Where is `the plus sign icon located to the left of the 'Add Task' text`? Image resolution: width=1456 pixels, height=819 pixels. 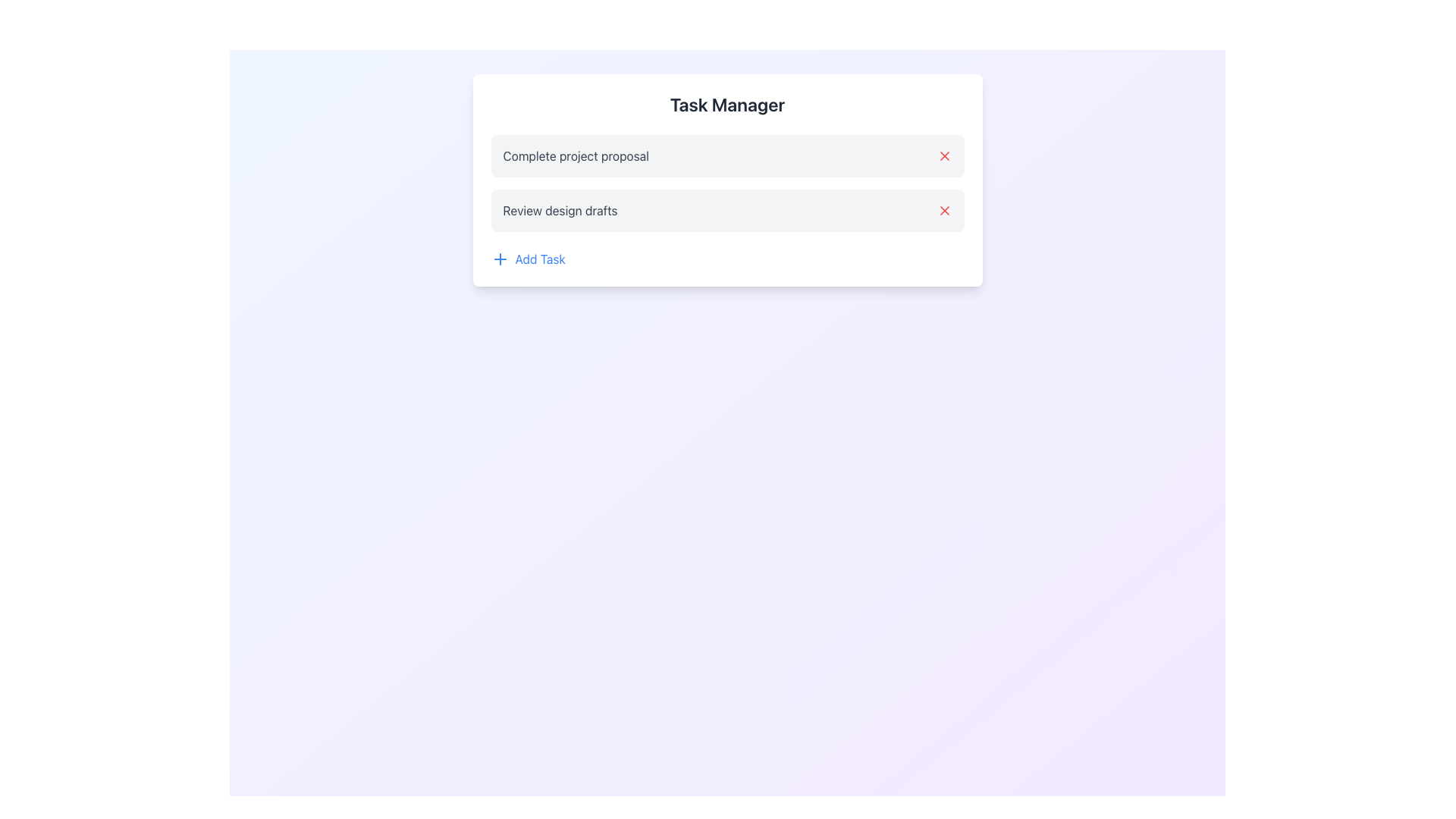 the plus sign icon located to the left of the 'Add Task' text is located at coordinates (500, 259).